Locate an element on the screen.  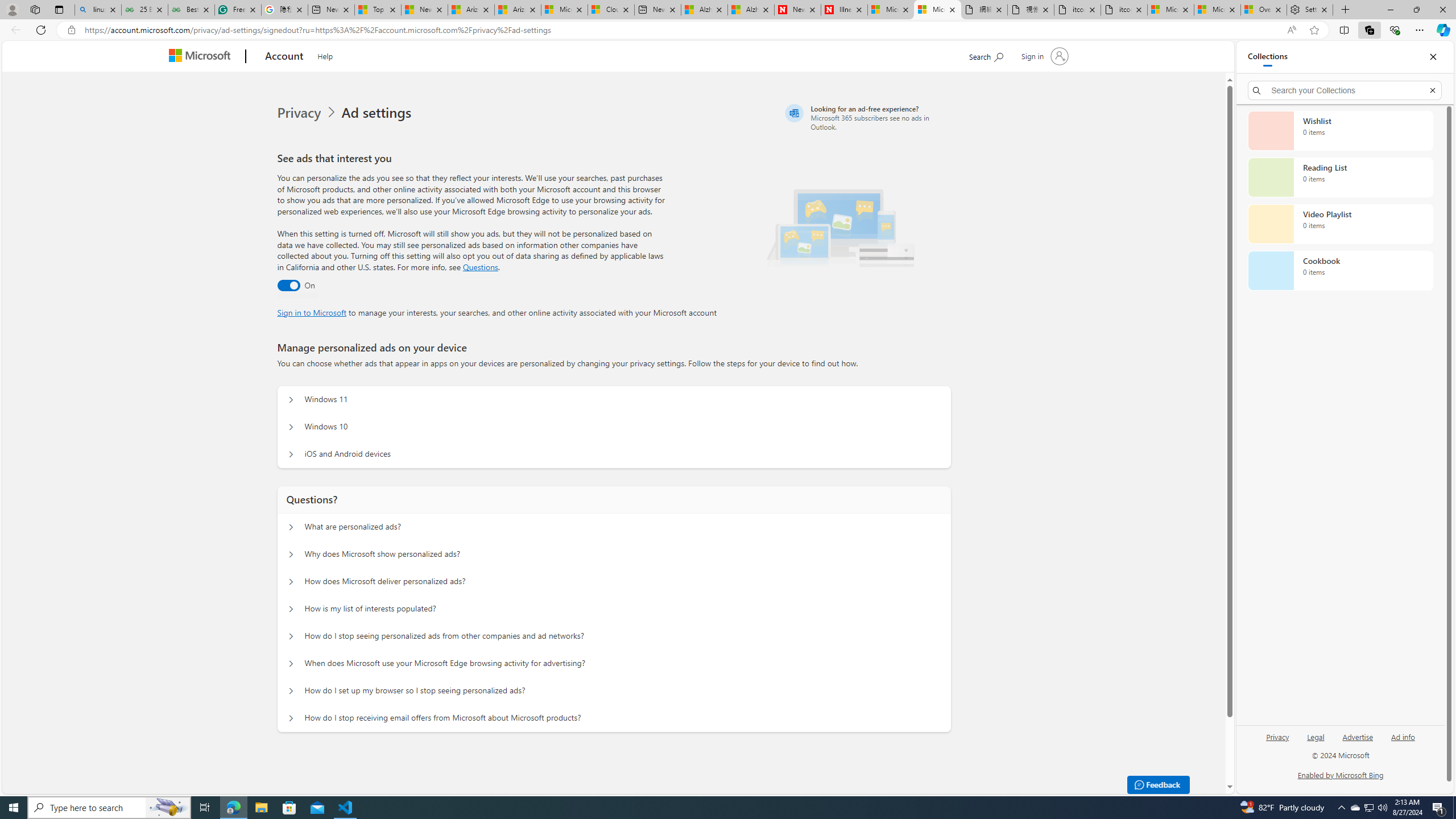
'Search Microsoft.com' is located at coordinates (986, 55).